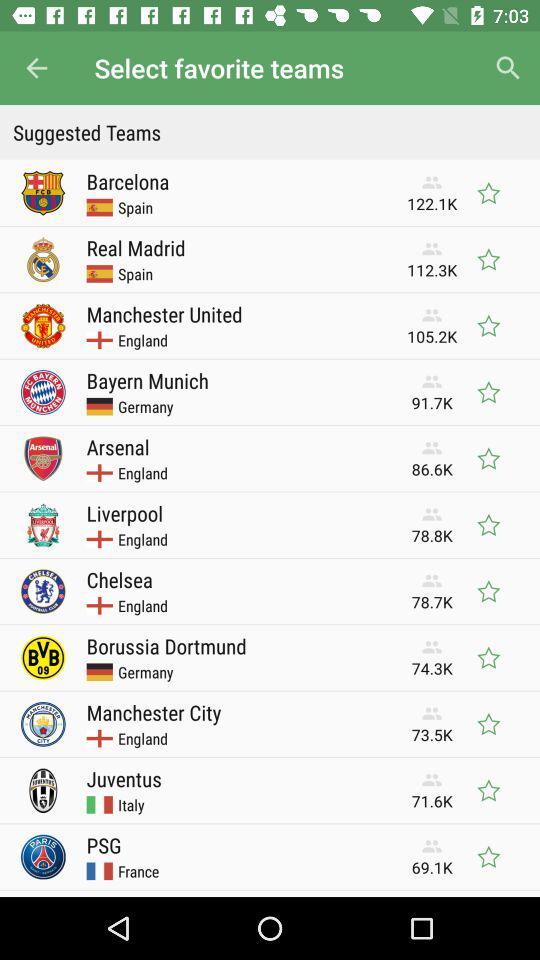 The width and height of the screenshot is (540, 960). What do you see at coordinates (128, 181) in the screenshot?
I see `the item to the left of 122.1k icon` at bounding box center [128, 181].